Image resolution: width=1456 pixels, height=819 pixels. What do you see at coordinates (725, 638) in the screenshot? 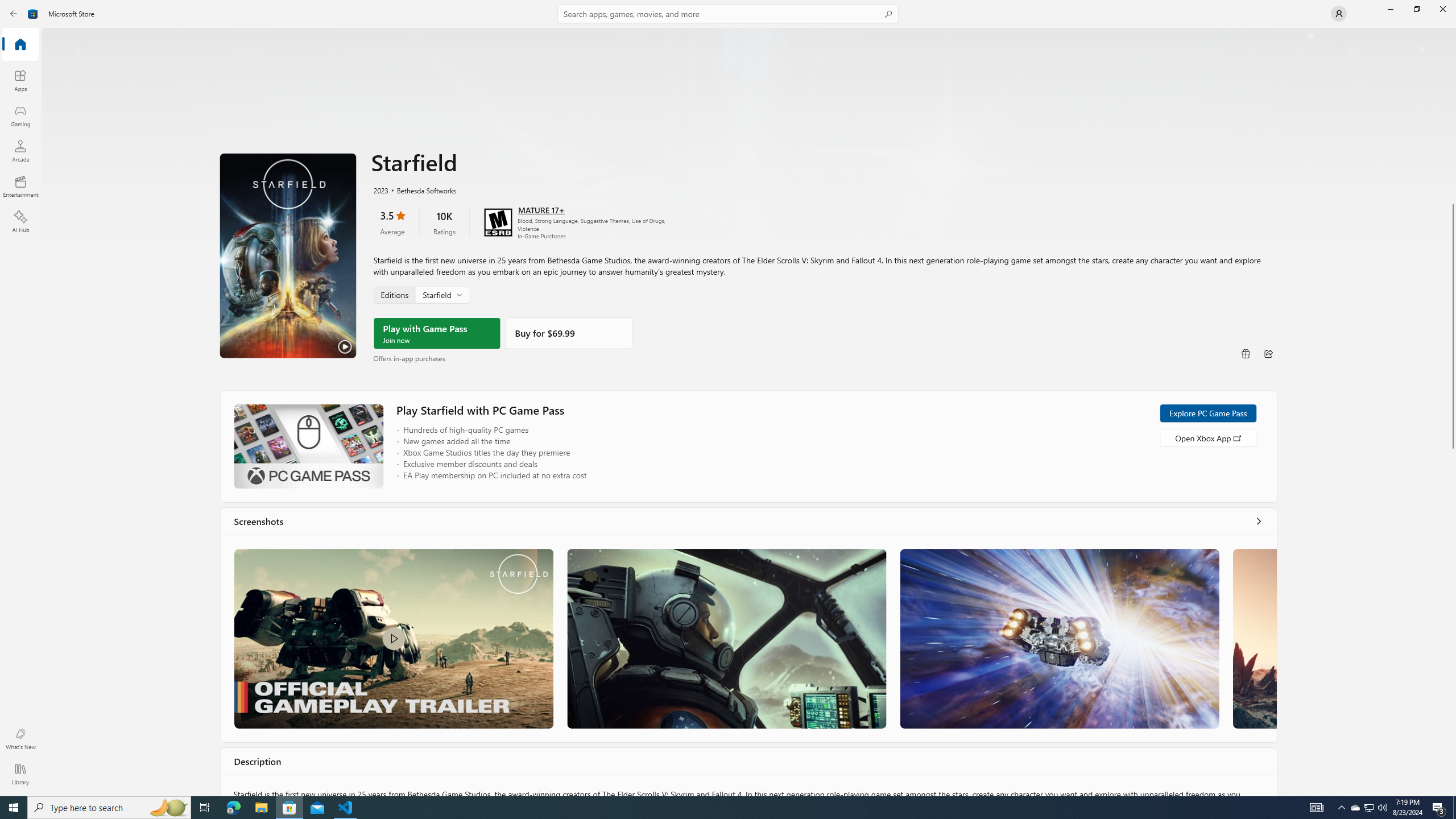
I see `'Screenshot 2'` at bounding box center [725, 638].